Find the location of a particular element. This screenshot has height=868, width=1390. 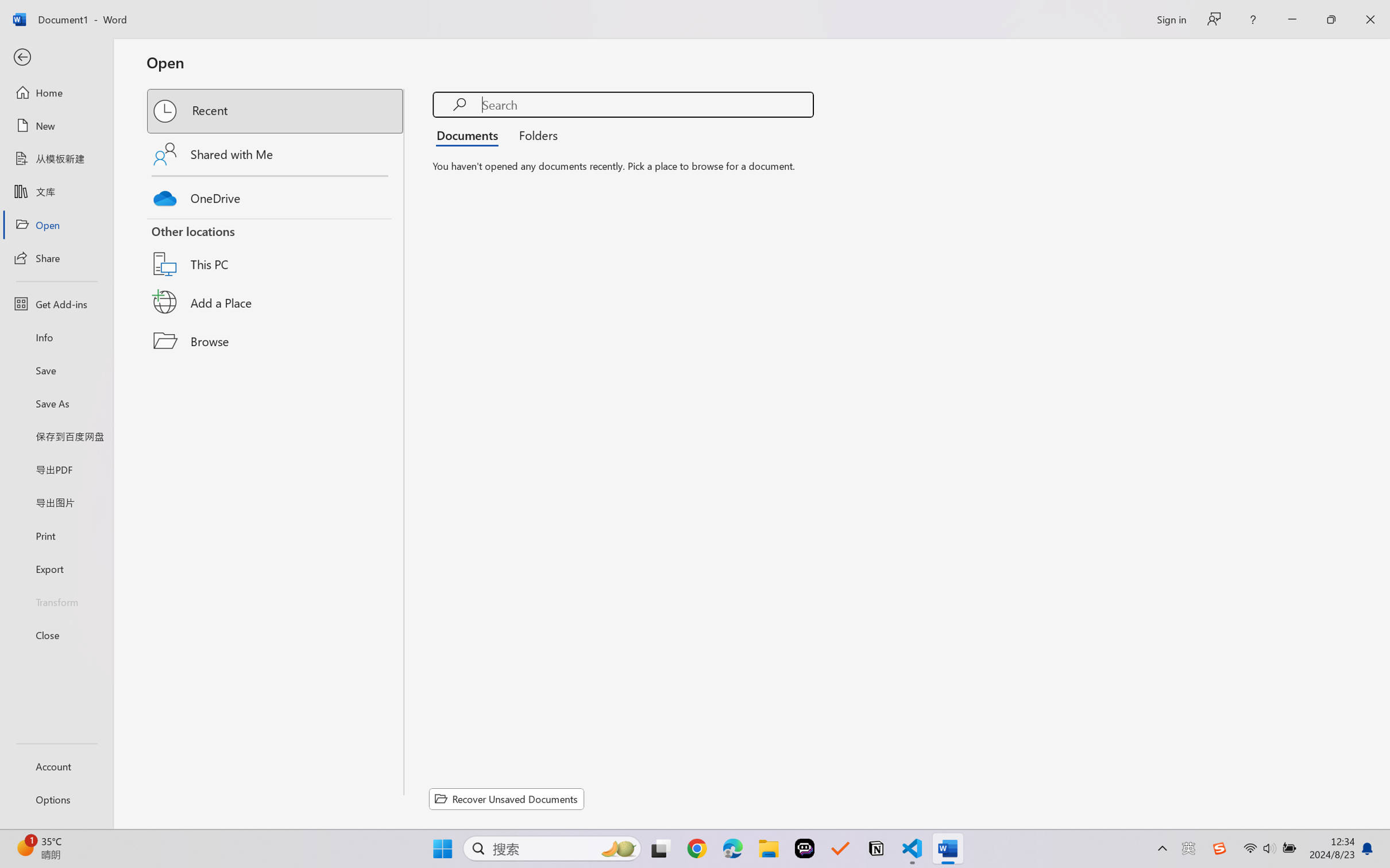

'Recent' is located at coordinates (276, 110).